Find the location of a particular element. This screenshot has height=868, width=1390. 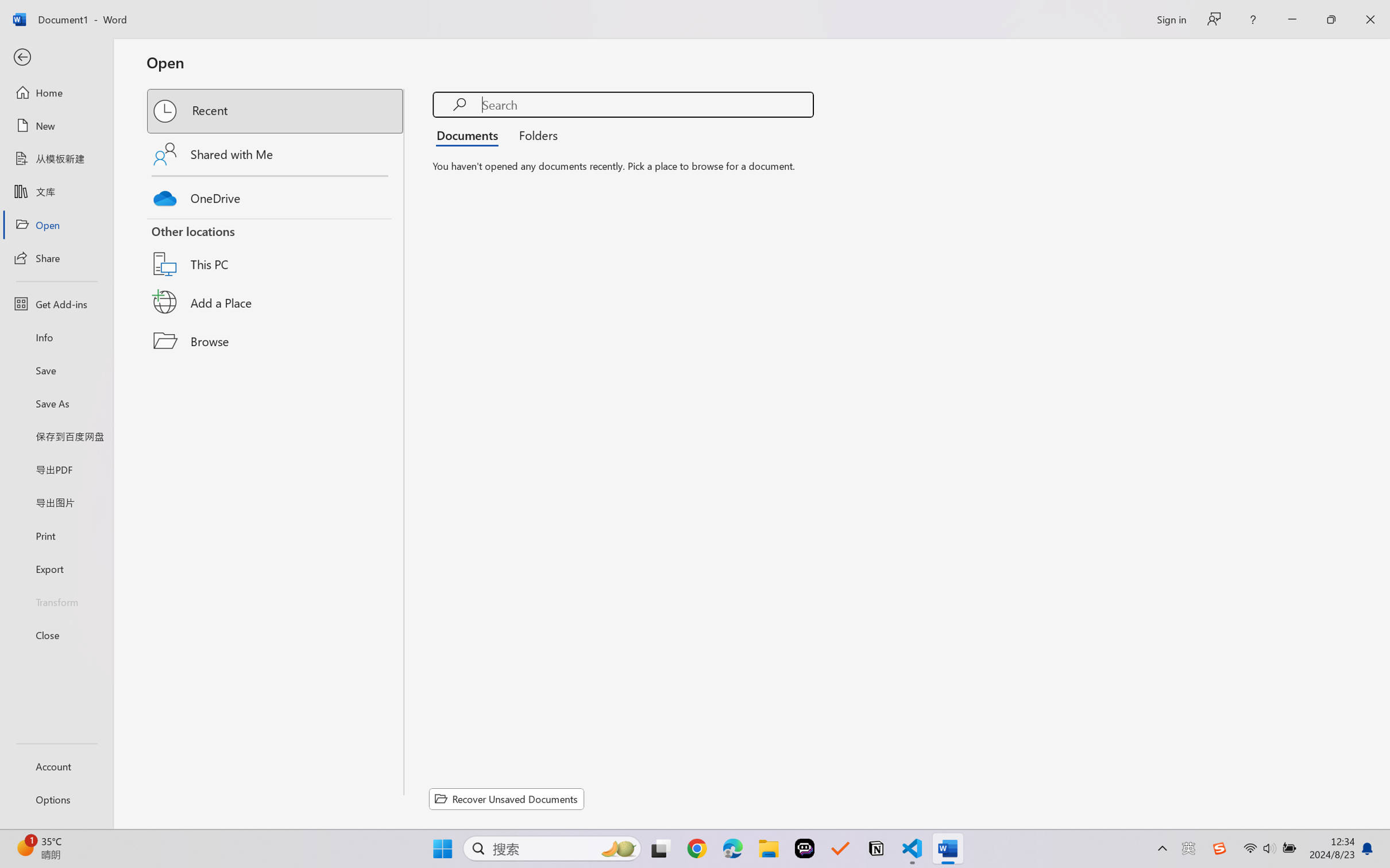

'Recent' is located at coordinates (276, 110).